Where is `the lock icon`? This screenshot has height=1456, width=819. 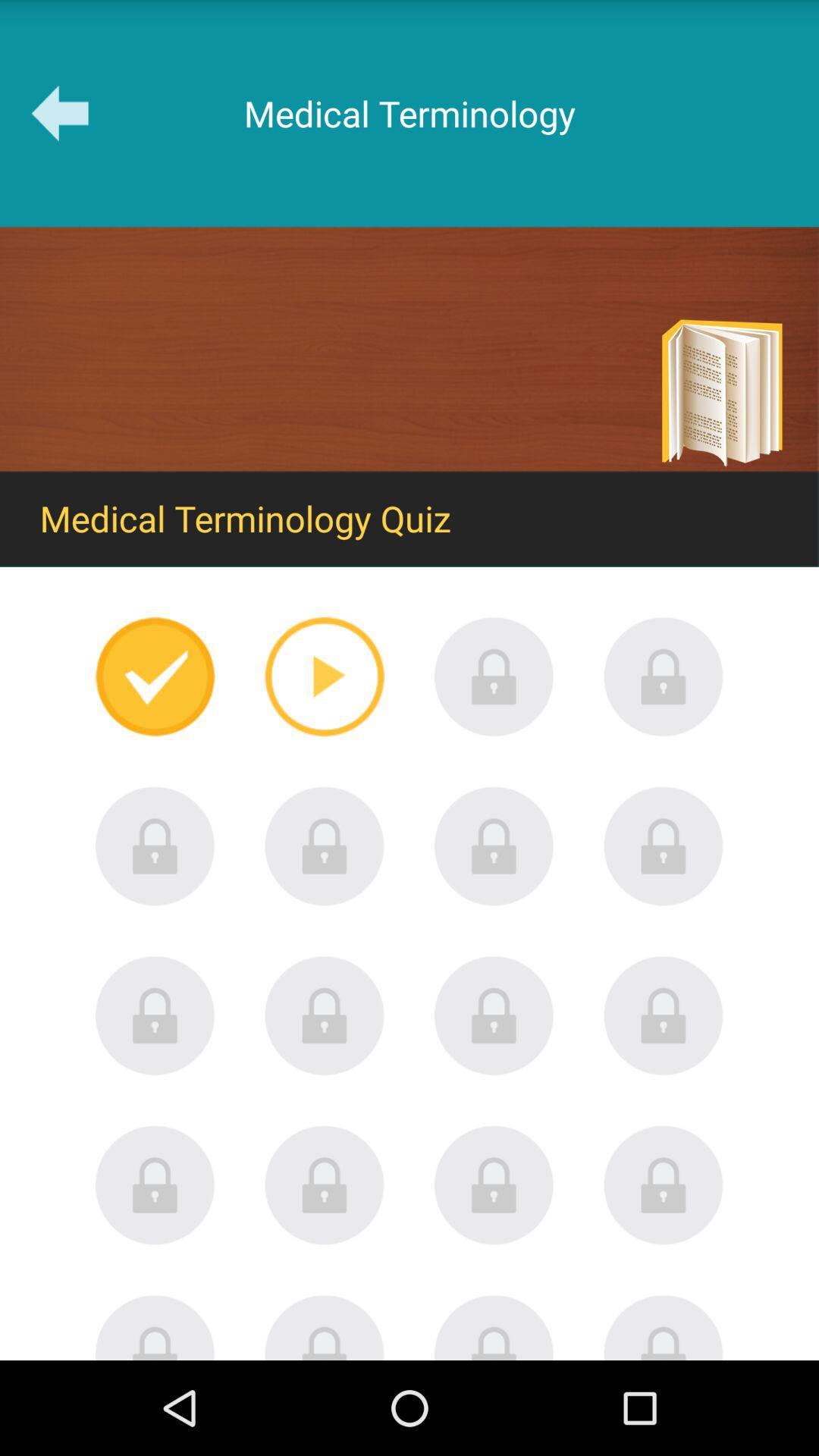
the lock icon is located at coordinates (324, 1268).